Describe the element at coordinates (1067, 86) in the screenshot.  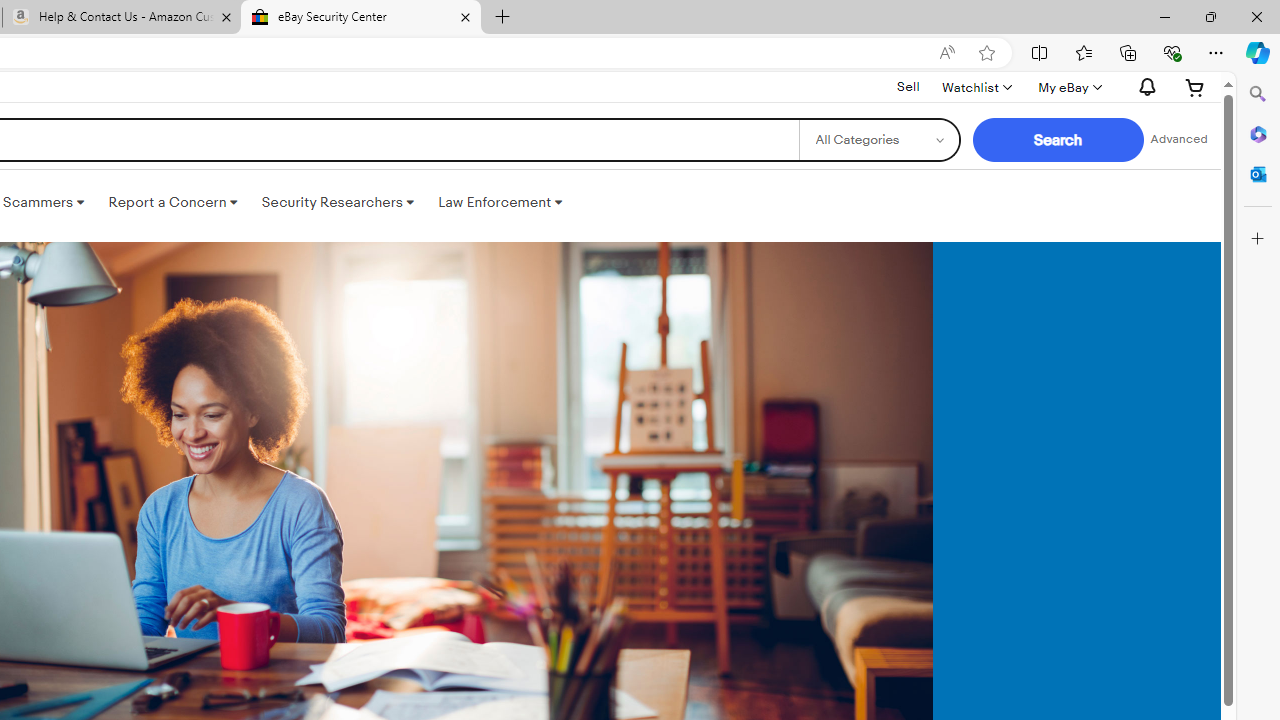
I see `'My eBayExpand My eBay'` at that location.